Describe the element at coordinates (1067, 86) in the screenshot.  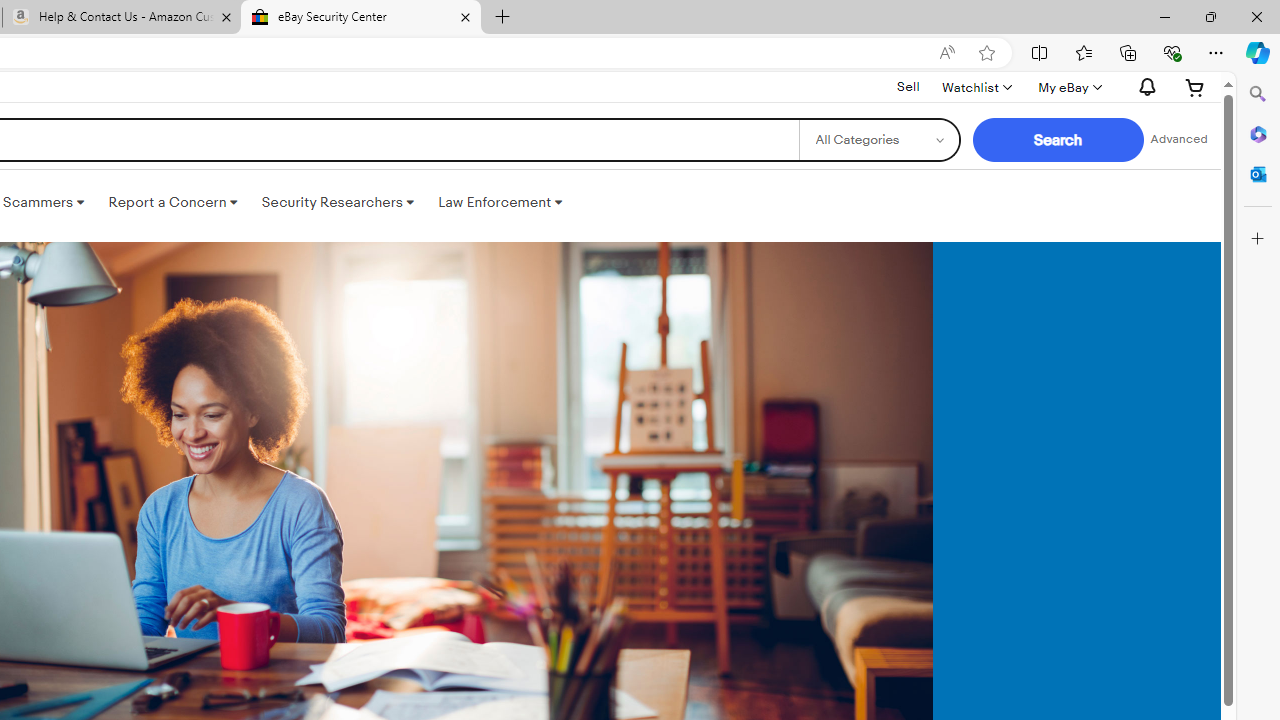
I see `'My eBayExpand My eBay'` at that location.